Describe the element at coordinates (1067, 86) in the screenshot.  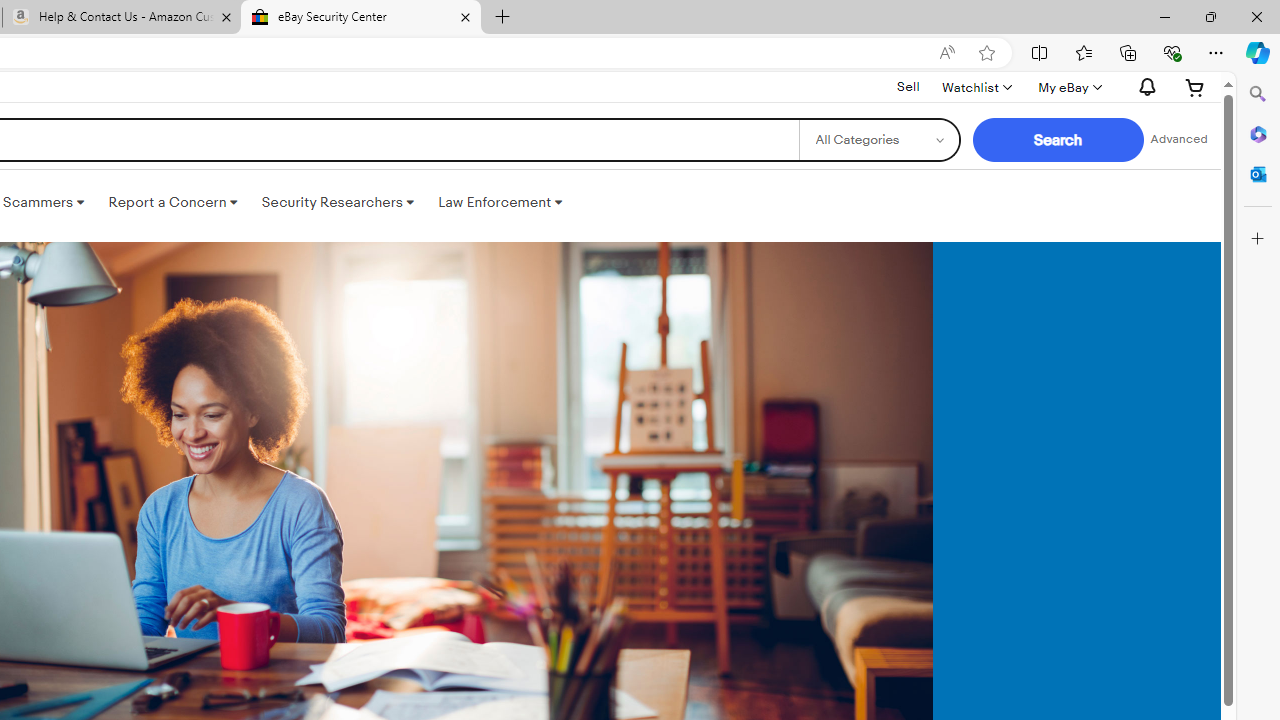
I see `'My eBayExpand My eBay'` at that location.